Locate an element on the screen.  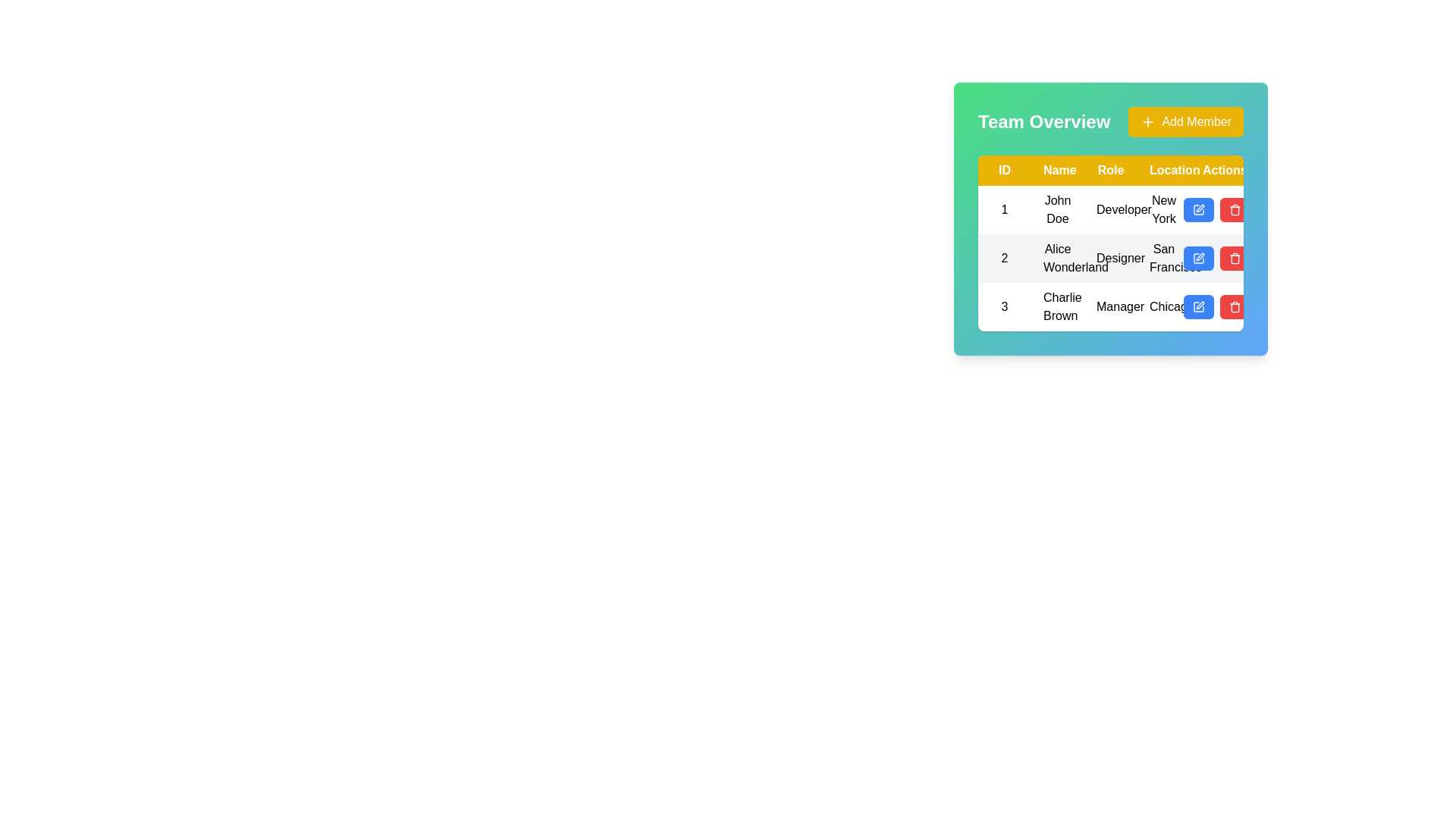
the 'Actions' text label, which is the last column title in a table with a yellow header background, located in the top row of the table is located at coordinates (1216, 170).